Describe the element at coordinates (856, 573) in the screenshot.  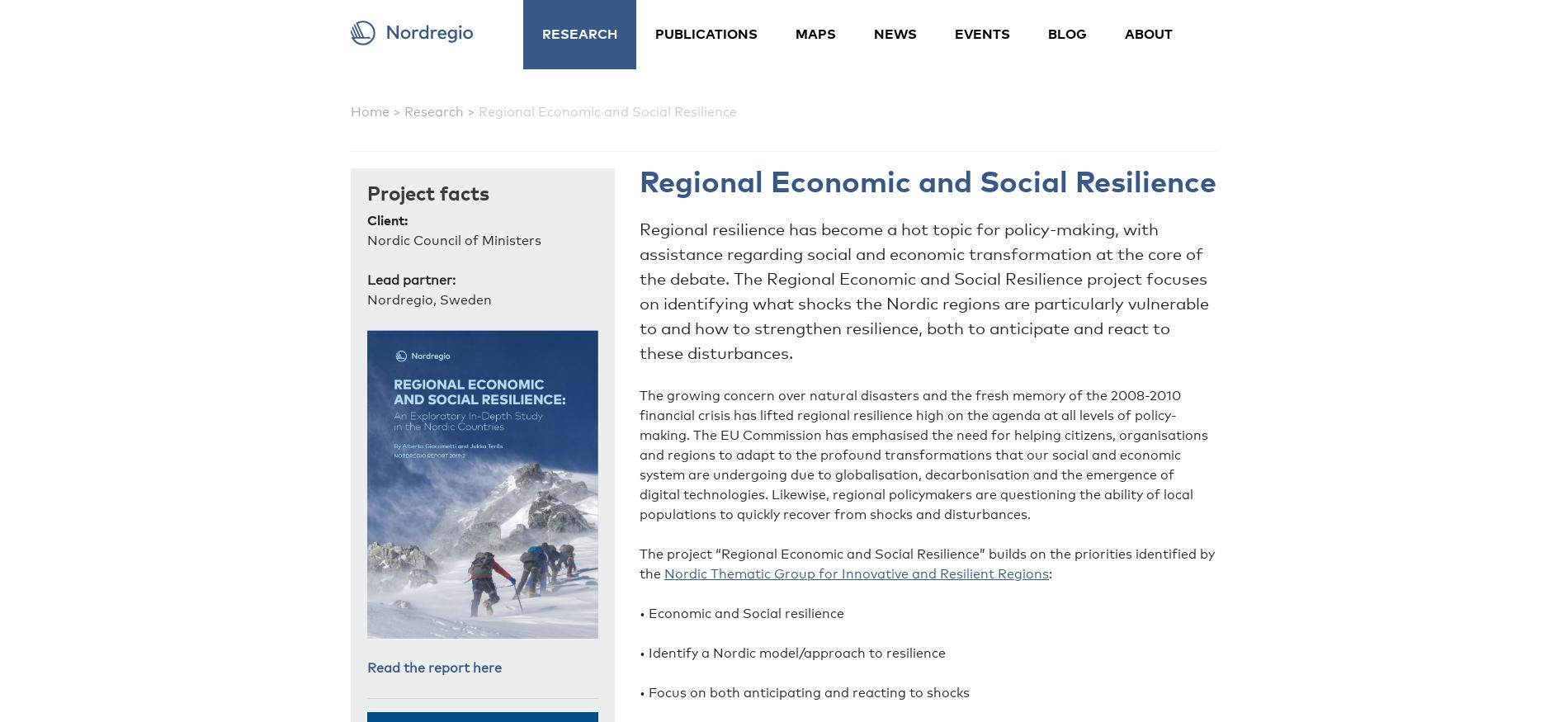
I see `'Nordic Thematic Group for Innovative and Resilient Regions'` at that location.